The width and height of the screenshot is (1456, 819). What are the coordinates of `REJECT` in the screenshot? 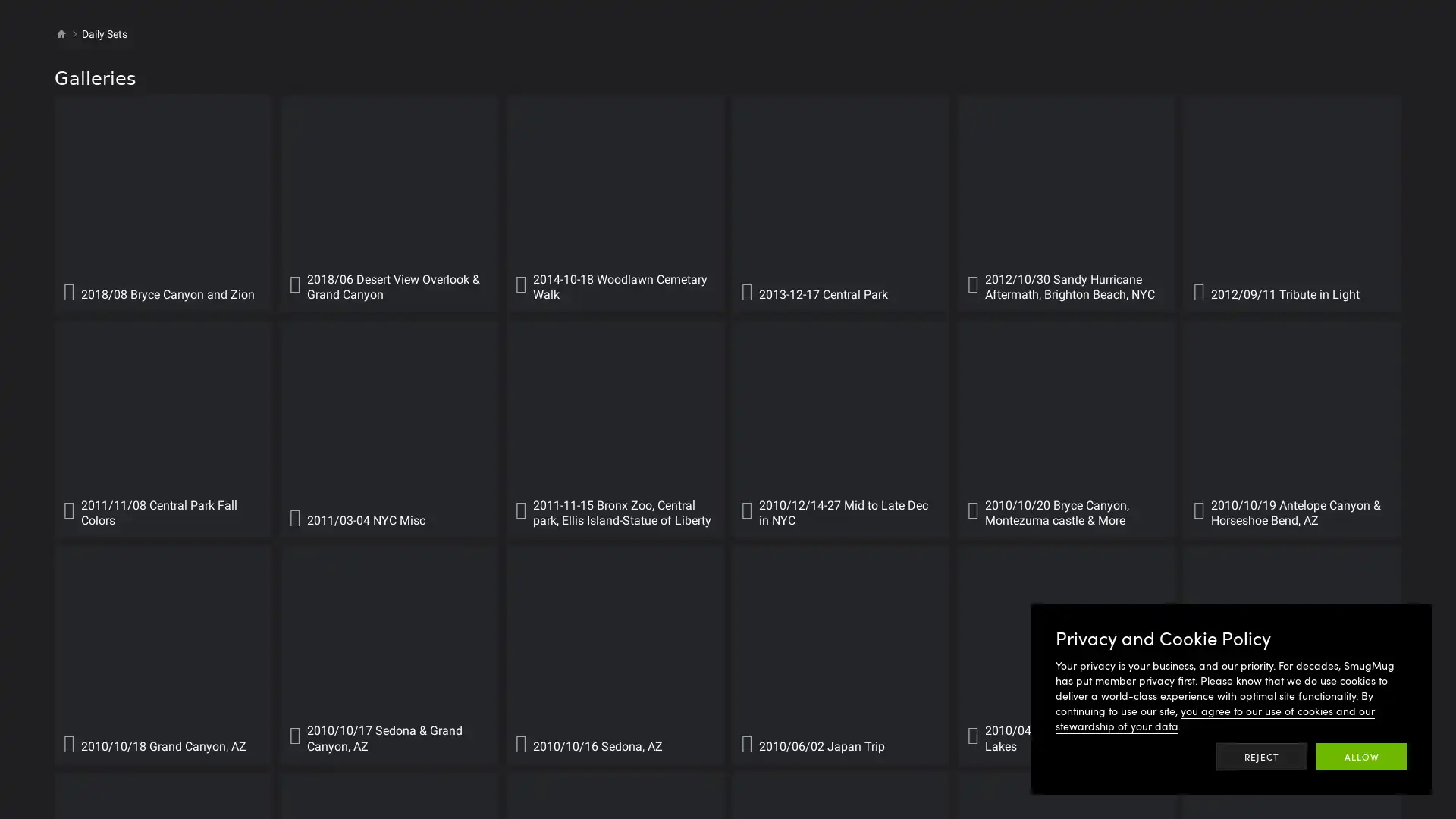 It's located at (1262, 757).